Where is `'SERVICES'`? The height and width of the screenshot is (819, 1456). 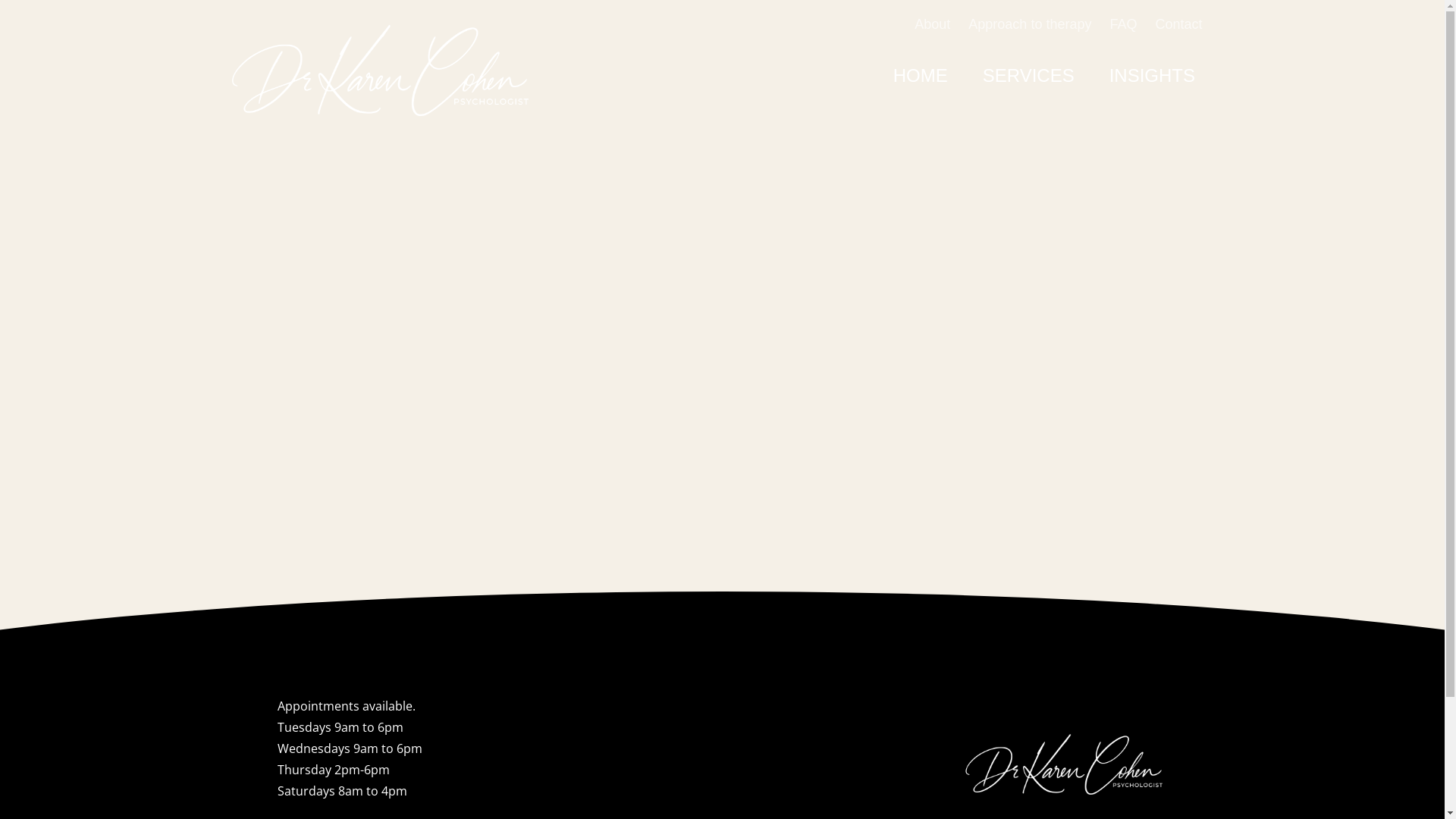 'SERVICES' is located at coordinates (964, 76).